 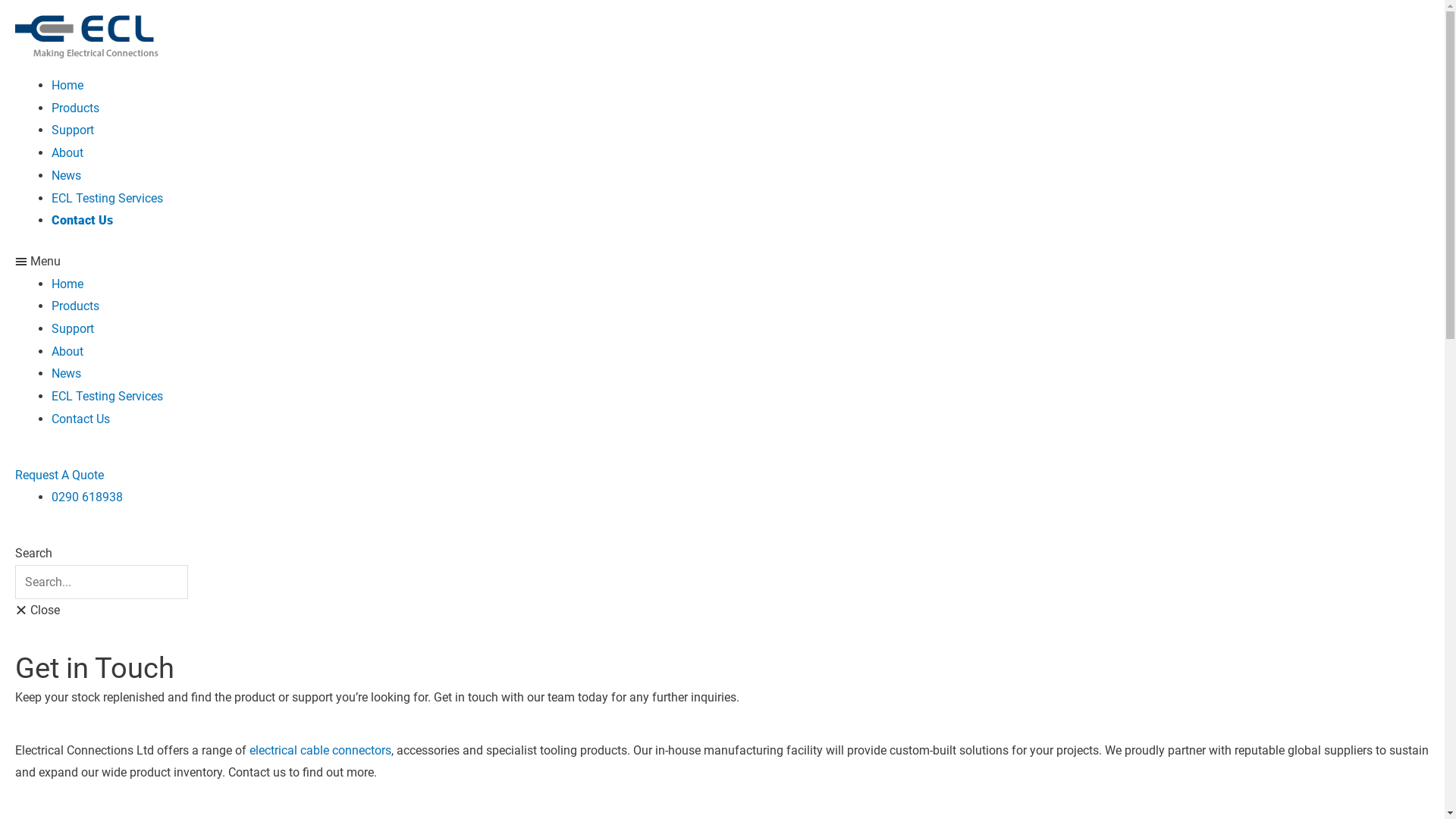 I want to click on 'Products', so click(x=74, y=107).